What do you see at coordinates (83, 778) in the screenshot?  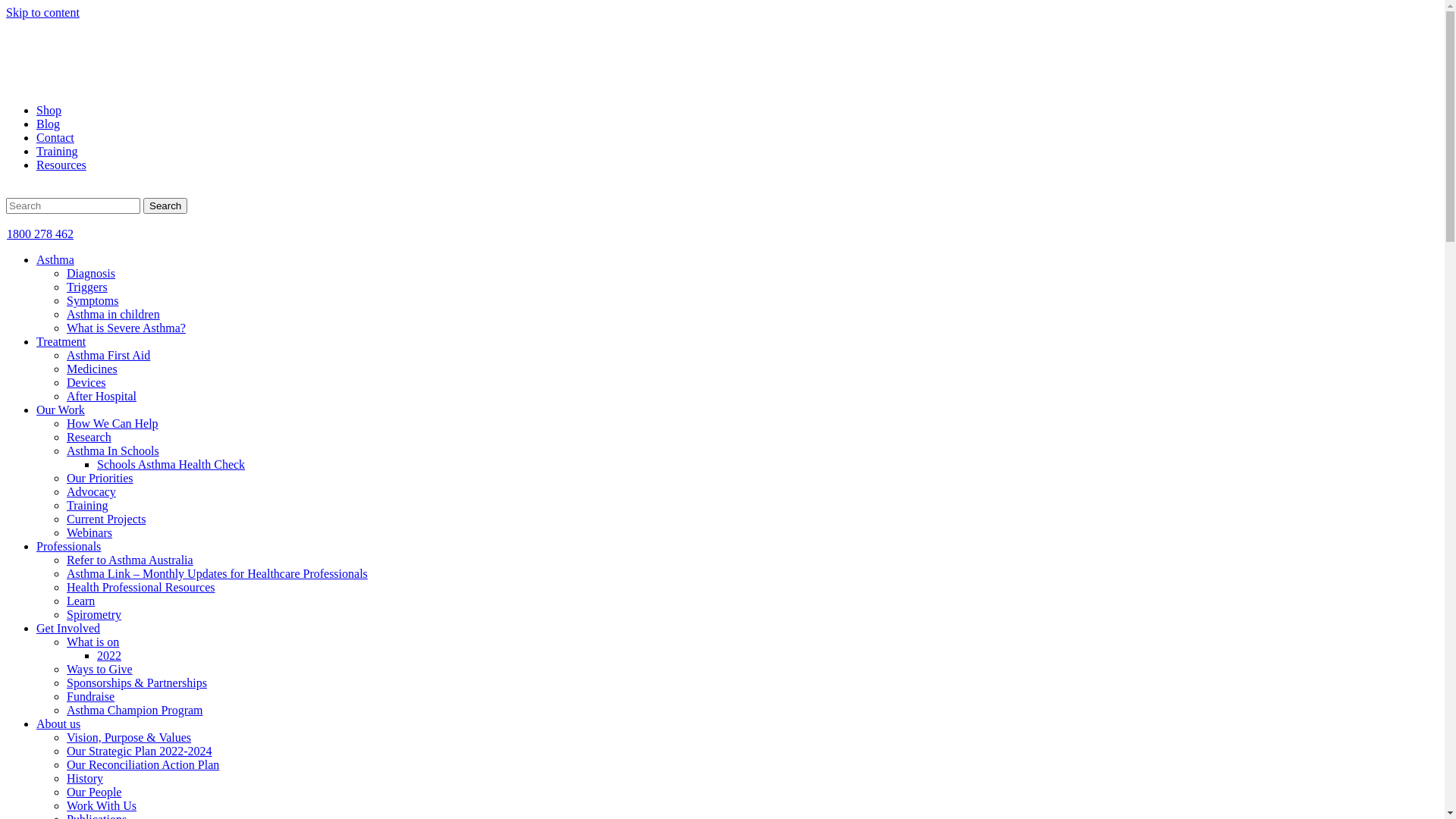 I see `'History'` at bounding box center [83, 778].